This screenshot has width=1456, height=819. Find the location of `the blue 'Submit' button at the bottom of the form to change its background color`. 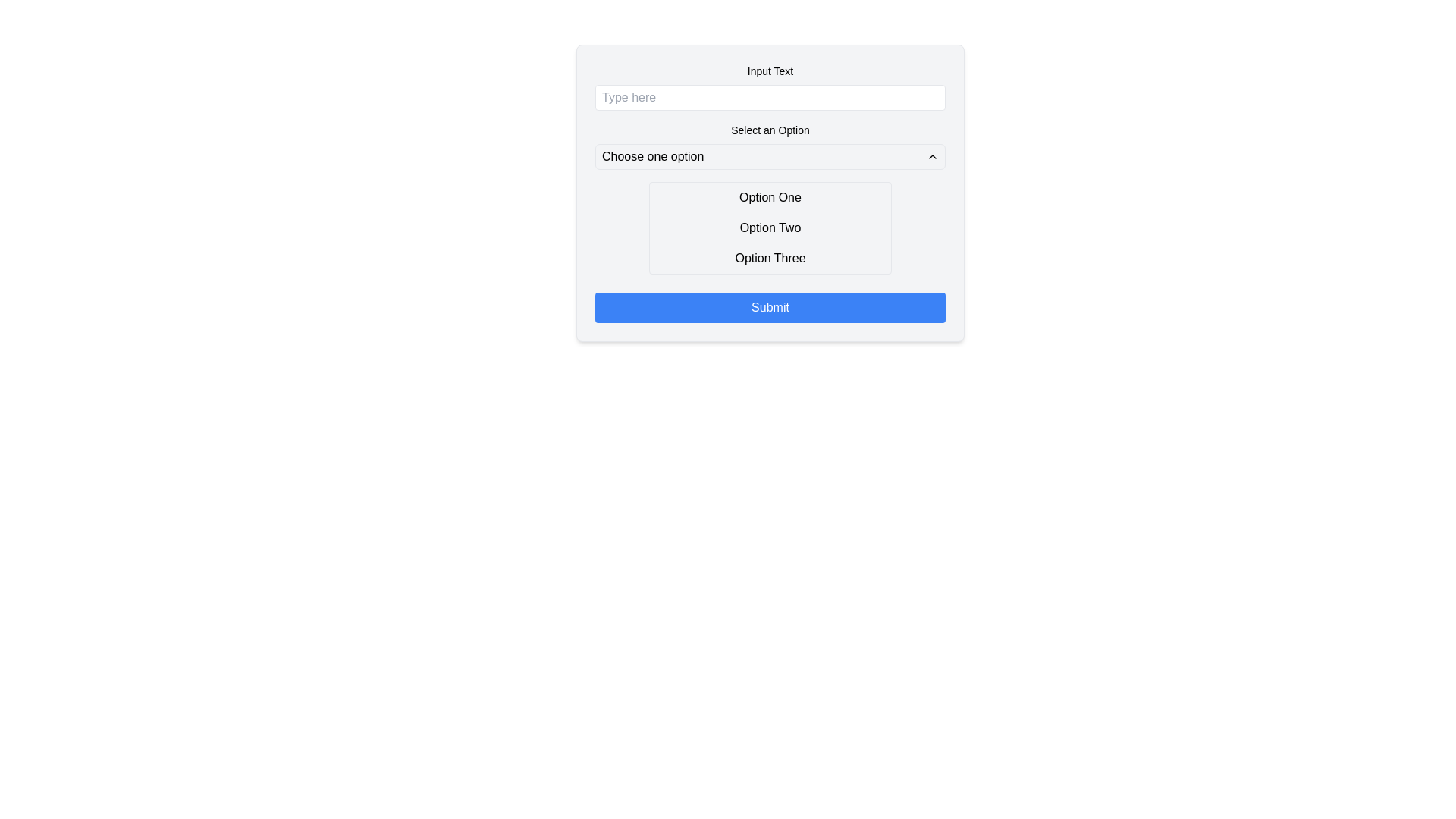

the blue 'Submit' button at the bottom of the form to change its background color is located at coordinates (770, 307).